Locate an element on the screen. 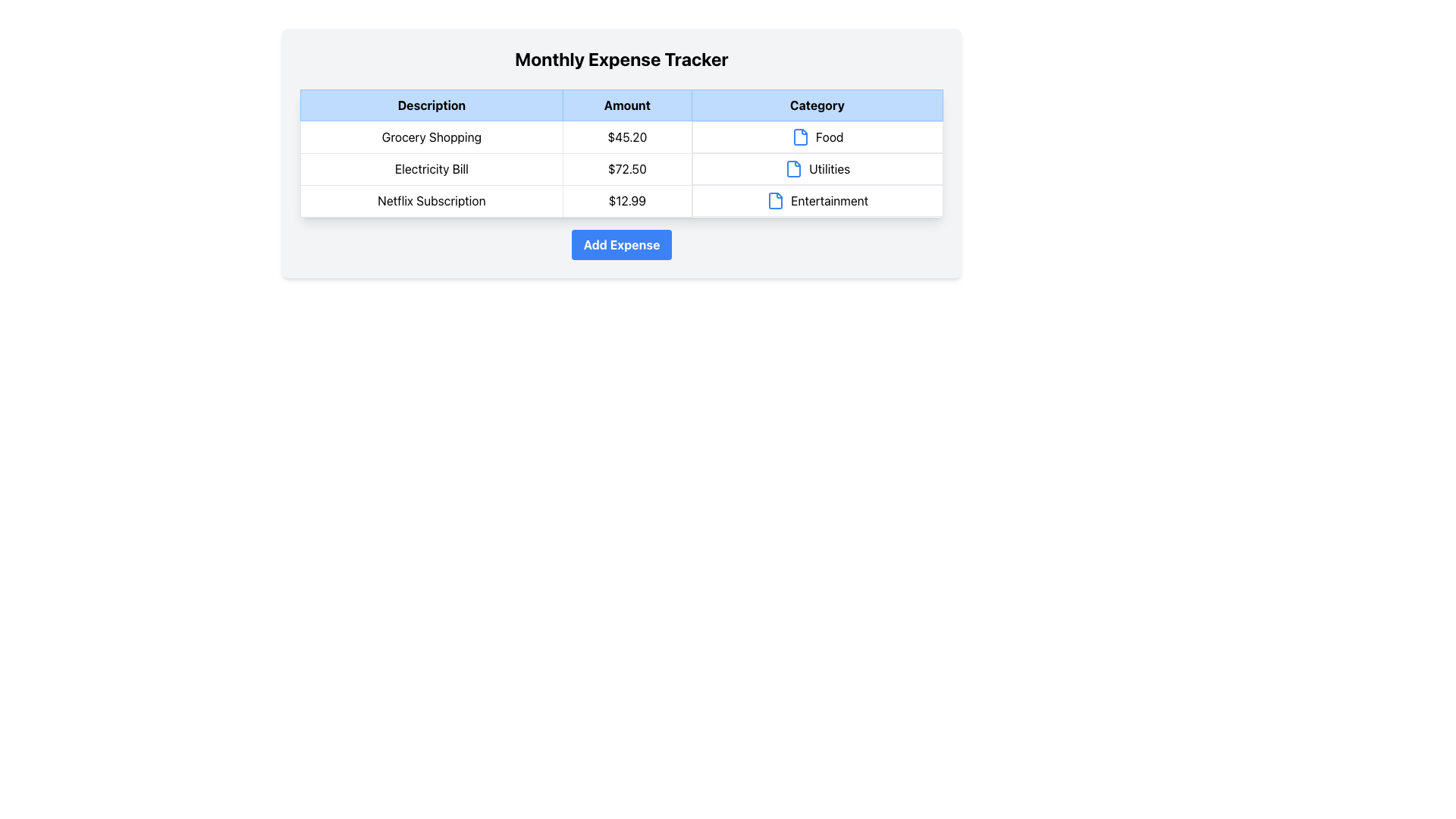 The width and height of the screenshot is (1456, 819). the first row of the expense data in the expense tracker, which displays the description, amount spent, and category of the expenditure is located at coordinates (622, 136).